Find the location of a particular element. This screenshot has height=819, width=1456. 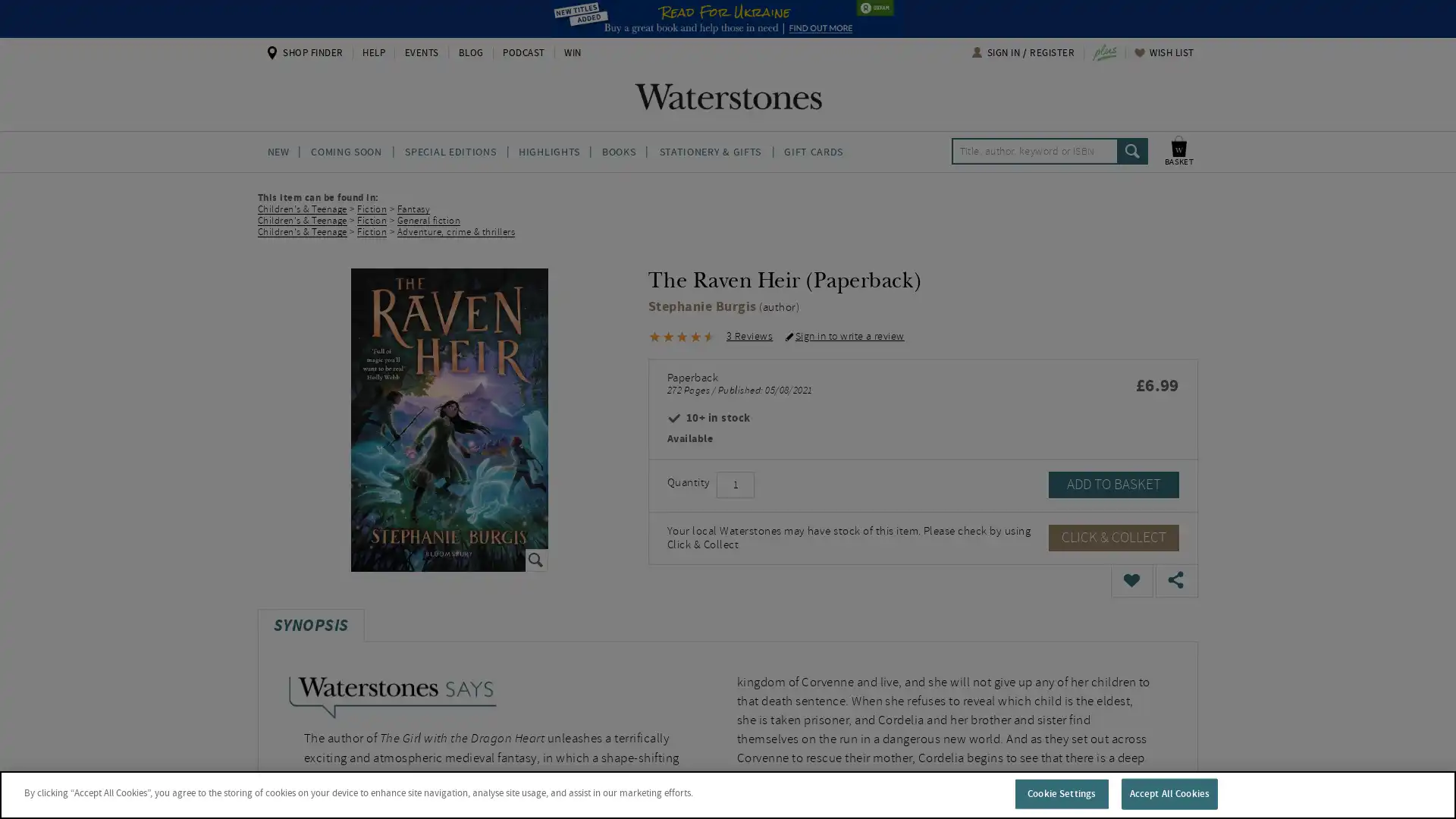

Accept All Cookies is located at coordinates (1168, 792).